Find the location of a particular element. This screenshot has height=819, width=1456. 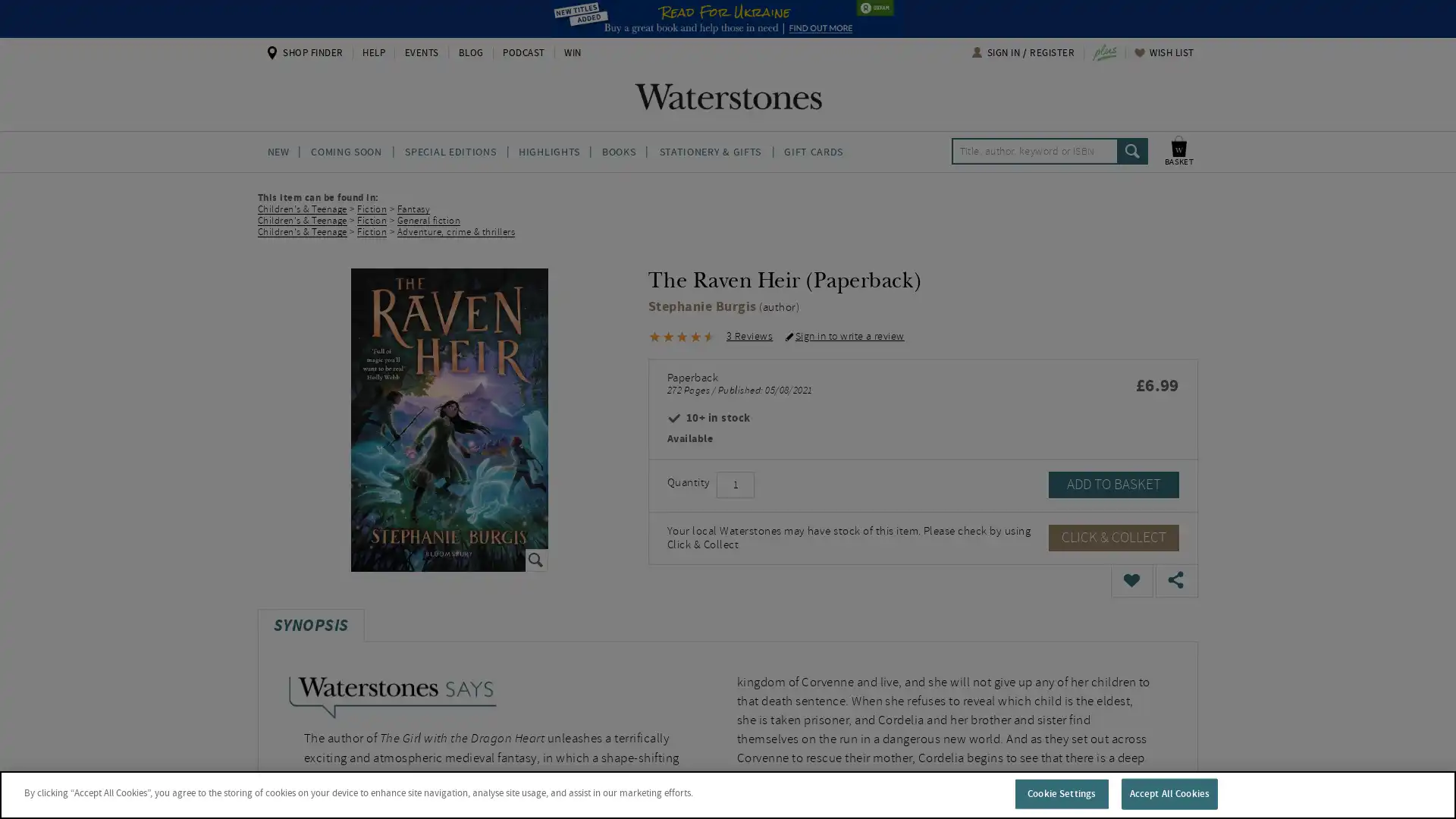

Accept All Cookies is located at coordinates (1168, 792).